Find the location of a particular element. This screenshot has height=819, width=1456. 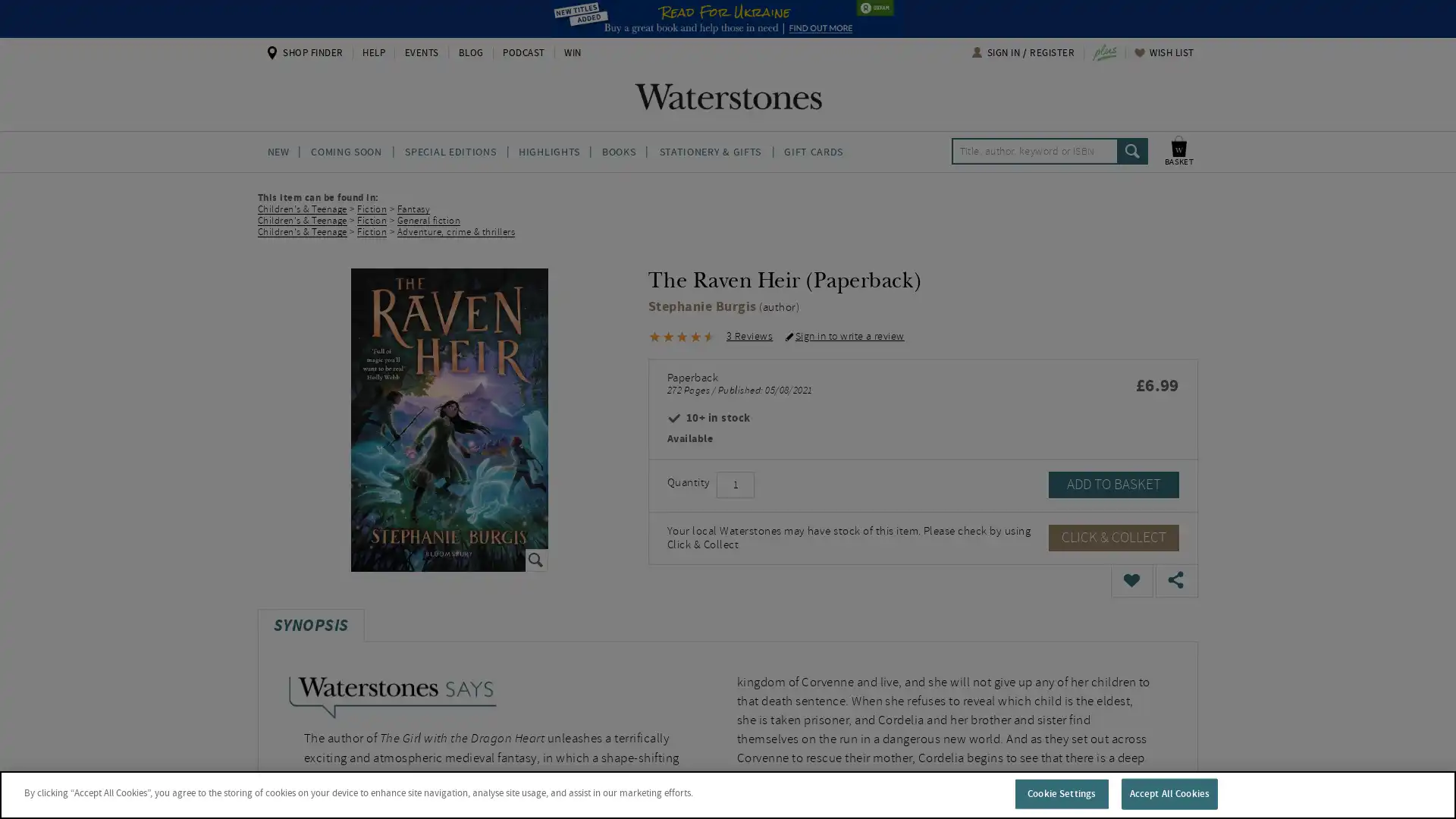

Accept All Cookies is located at coordinates (1168, 792).